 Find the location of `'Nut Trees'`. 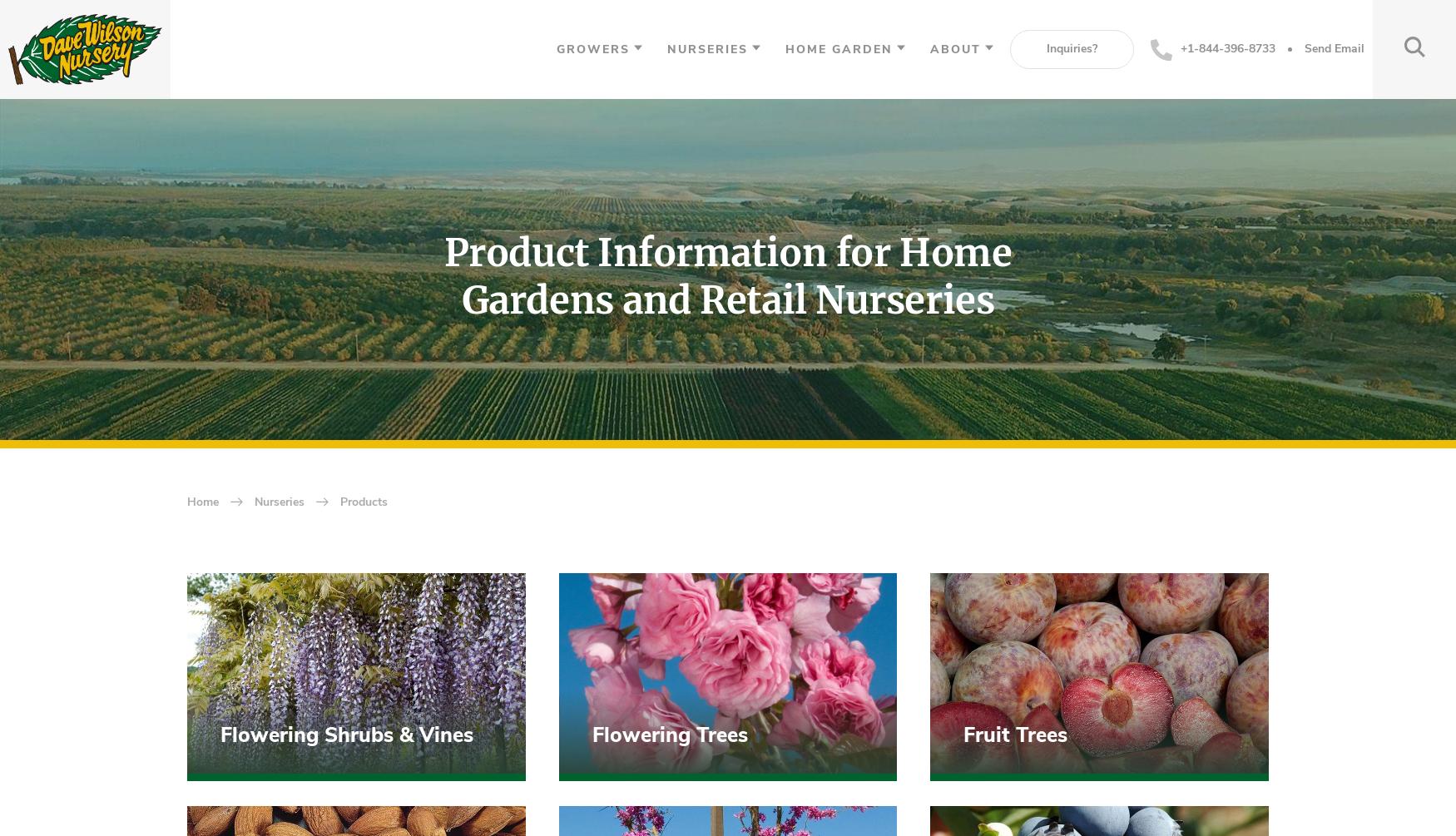

'Nut Trees' is located at coordinates (267, 146).